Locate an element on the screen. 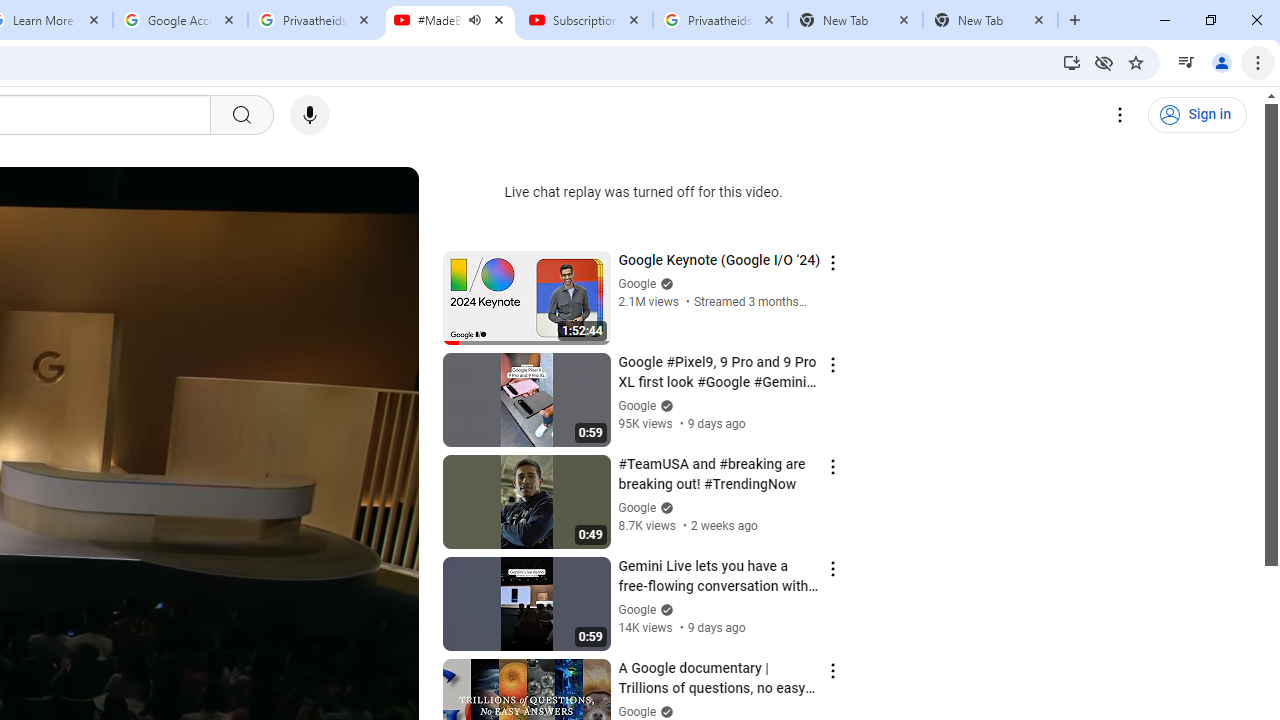  'Action menu' is located at coordinates (832, 671).